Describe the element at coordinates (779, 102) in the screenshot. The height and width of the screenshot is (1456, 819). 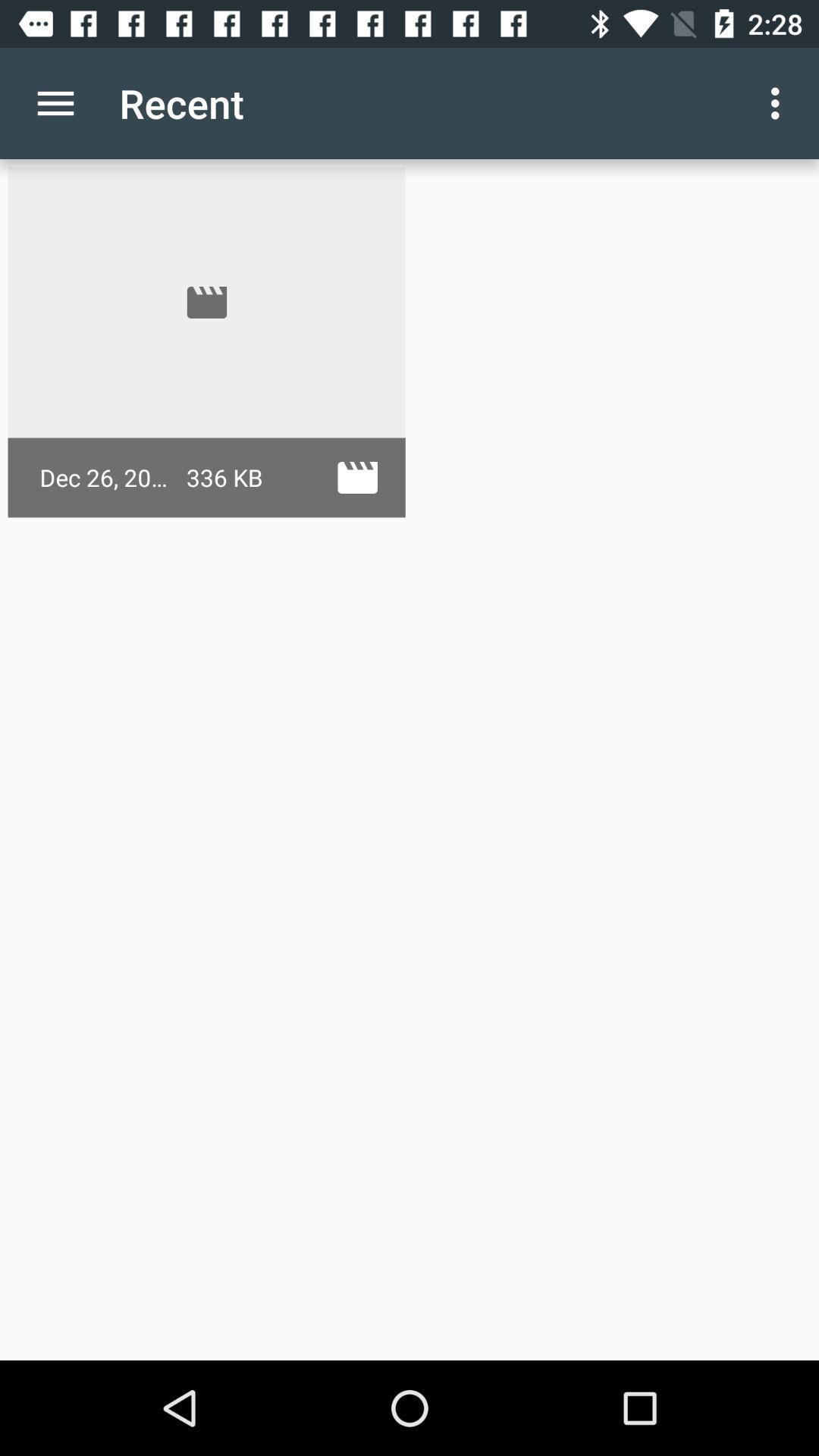
I see `app next to recent icon` at that location.